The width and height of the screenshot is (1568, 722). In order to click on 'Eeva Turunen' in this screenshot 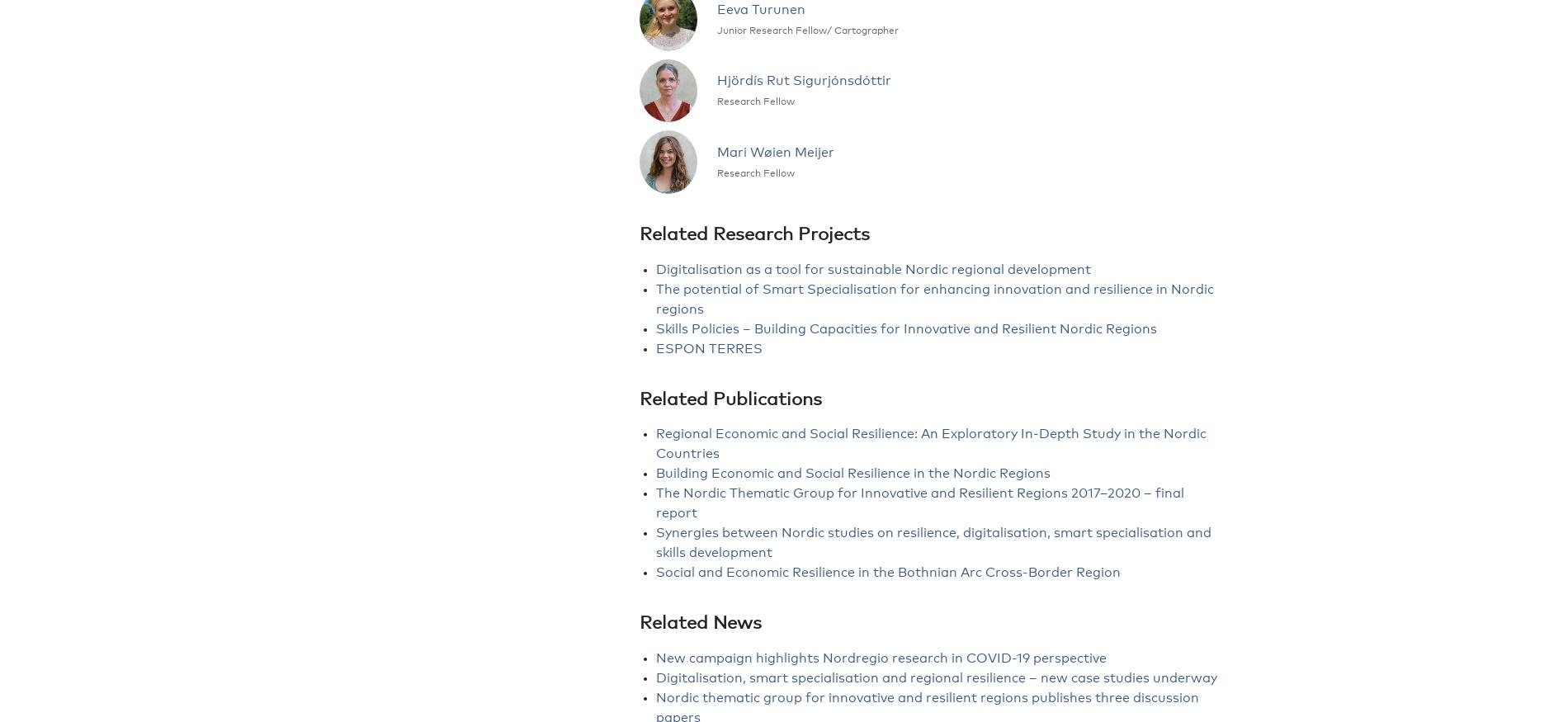, I will do `click(716, 8)`.